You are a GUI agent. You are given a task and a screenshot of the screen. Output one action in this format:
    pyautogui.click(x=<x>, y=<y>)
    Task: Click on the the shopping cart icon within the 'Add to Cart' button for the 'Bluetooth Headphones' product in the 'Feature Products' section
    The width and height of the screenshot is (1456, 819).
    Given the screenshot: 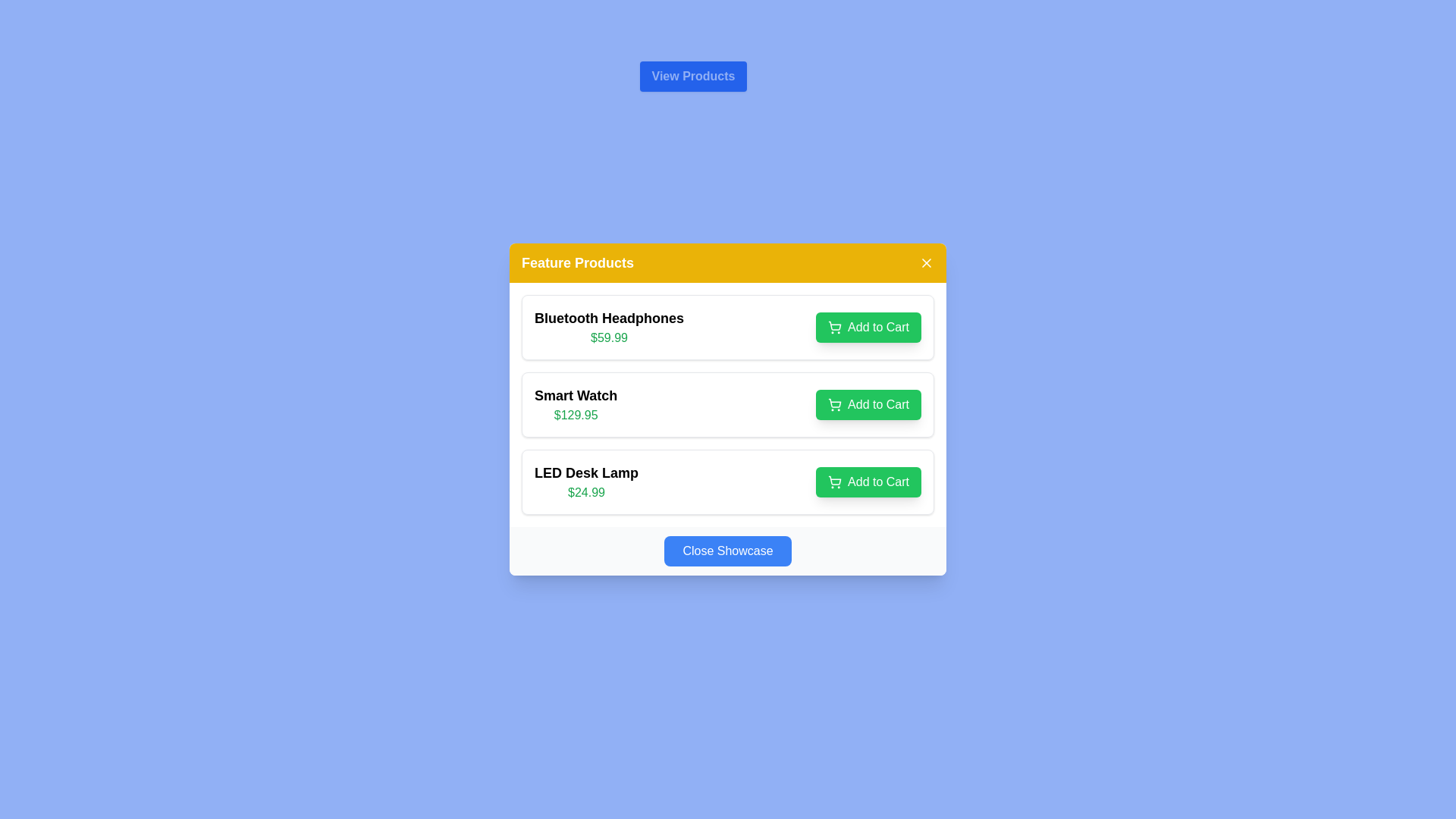 What is the action you would take?
    pyautogui.click(x=834, y=327)
    